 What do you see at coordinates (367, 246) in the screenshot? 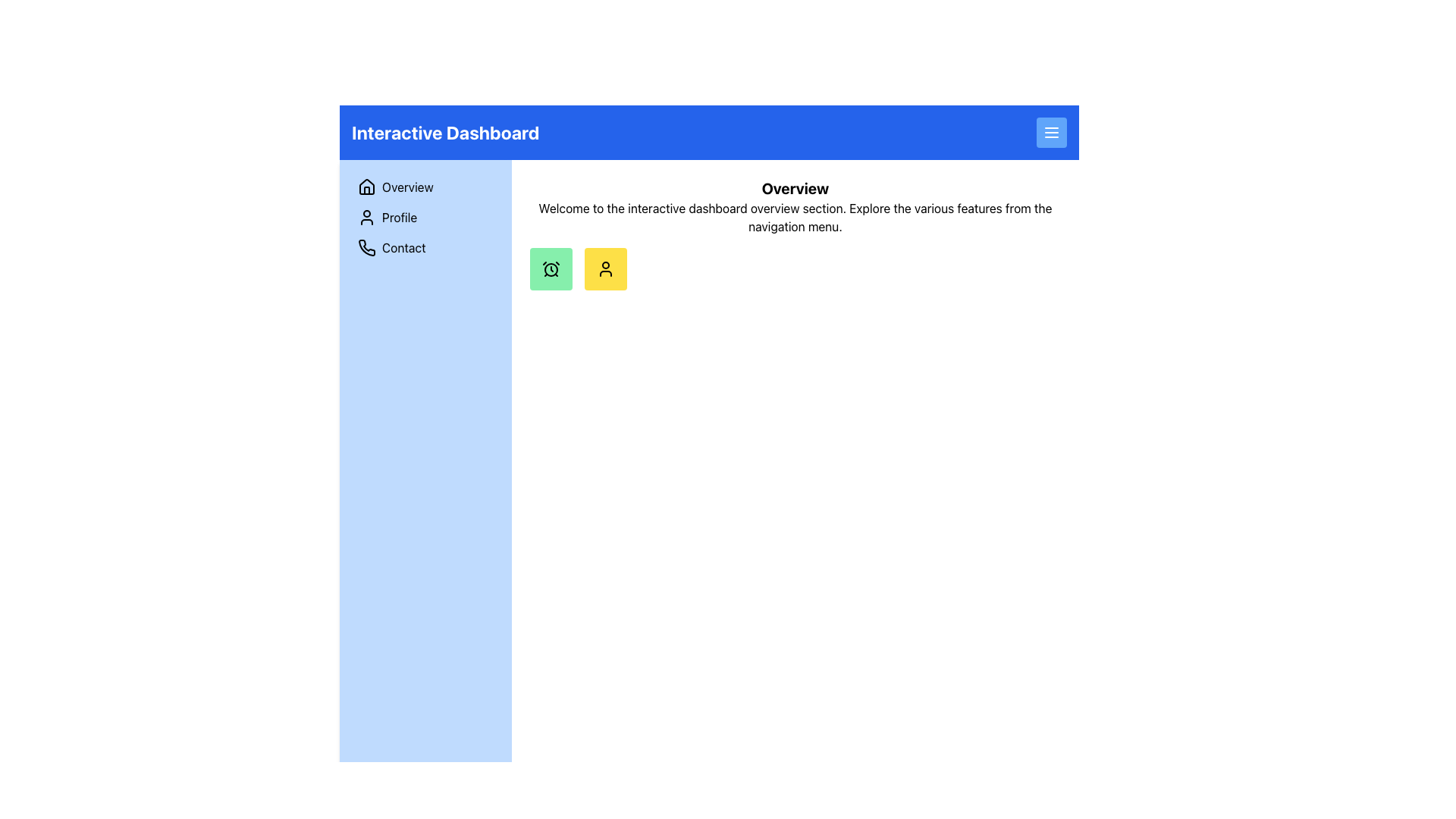
I see `the 'Contact' icon in the navigation menu` at bounding box center [367, 246].